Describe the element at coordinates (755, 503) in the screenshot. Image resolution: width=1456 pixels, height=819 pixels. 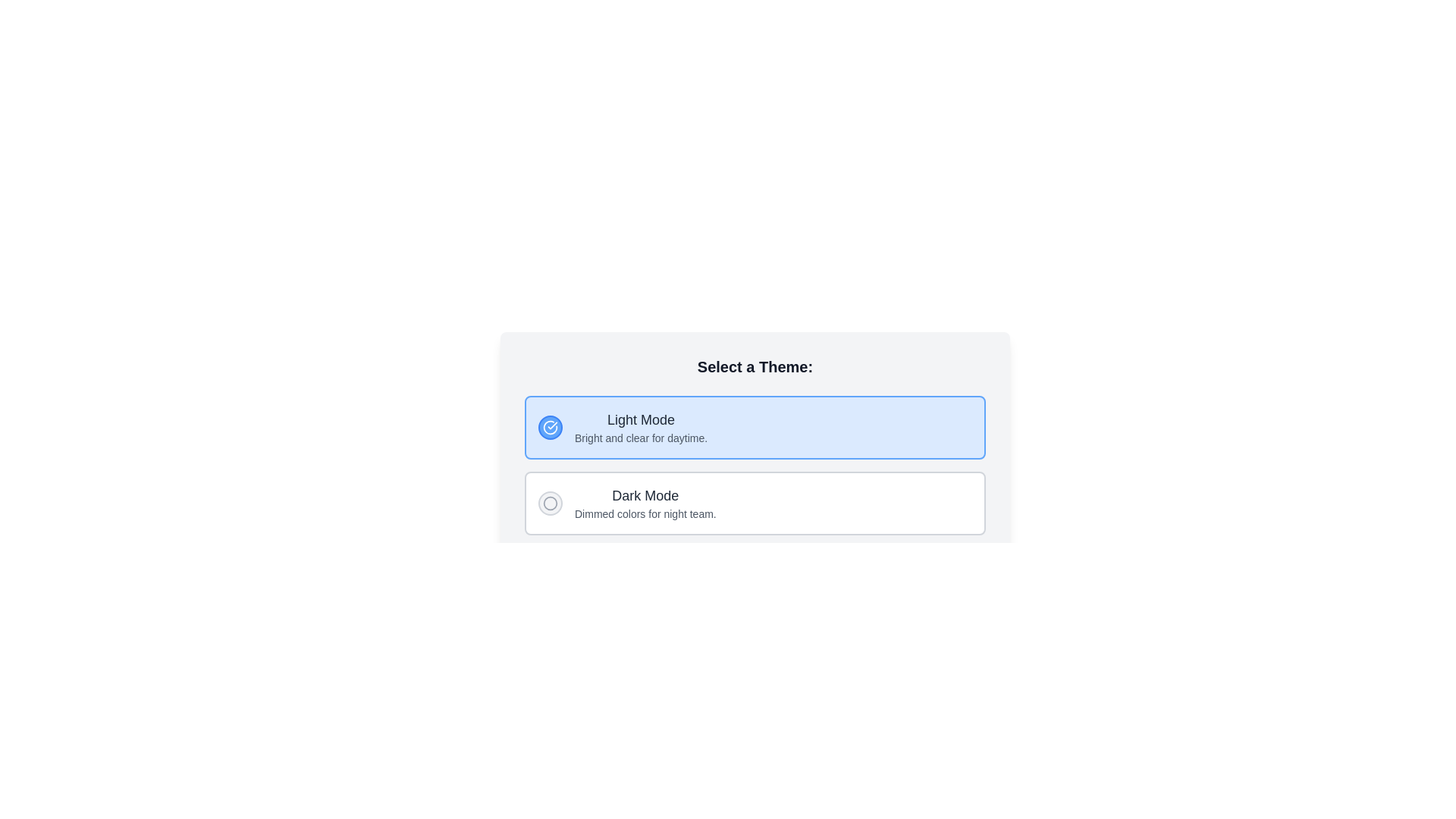
I see `the second selectable card for 'Dark Mode' in the theme selection interface to choose this dimmed color option for nighttime viewing` at that location.